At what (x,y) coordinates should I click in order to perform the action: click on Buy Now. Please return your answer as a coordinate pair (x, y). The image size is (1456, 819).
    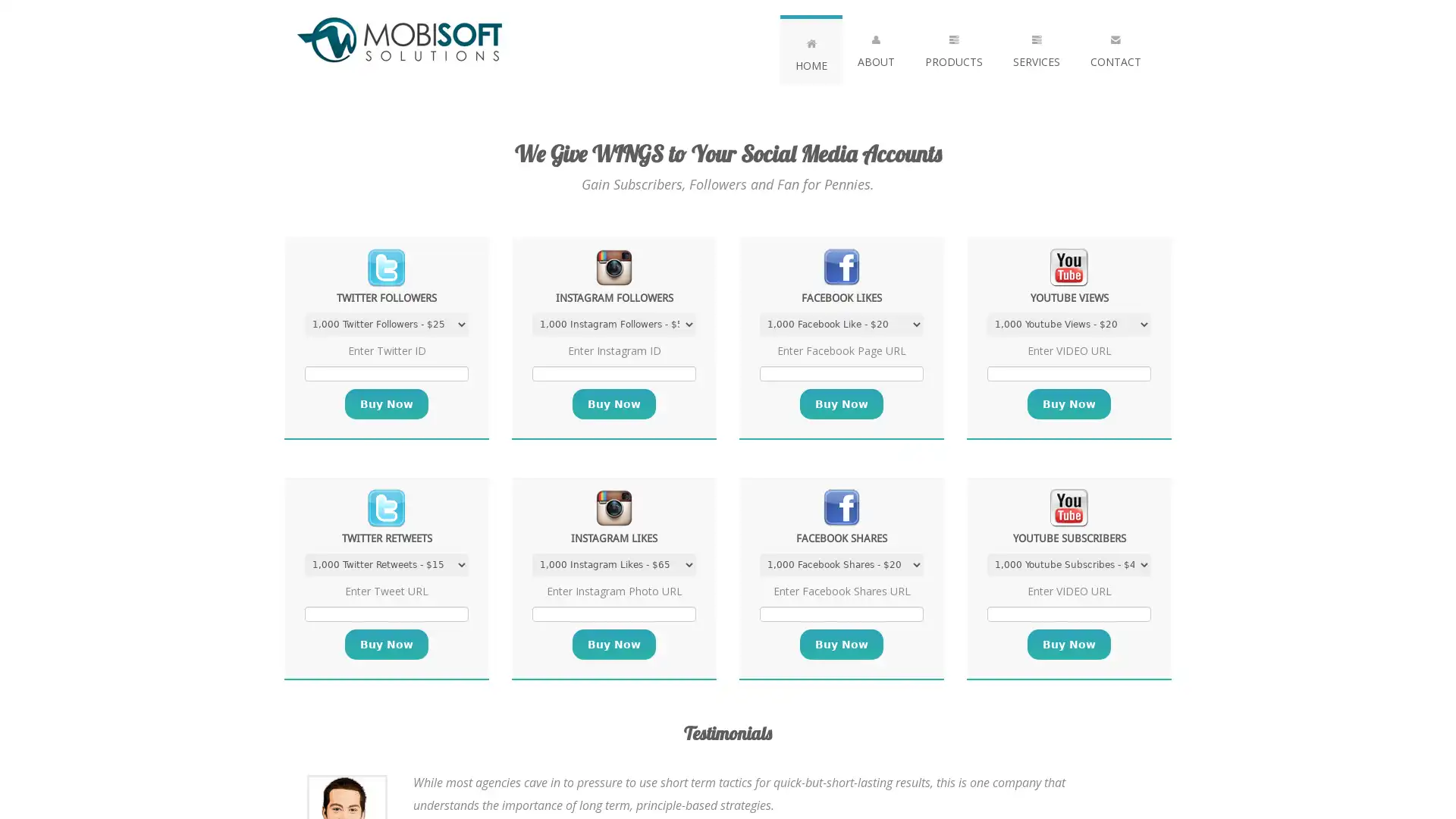
    Looking at the image, I should click on (386, 644).